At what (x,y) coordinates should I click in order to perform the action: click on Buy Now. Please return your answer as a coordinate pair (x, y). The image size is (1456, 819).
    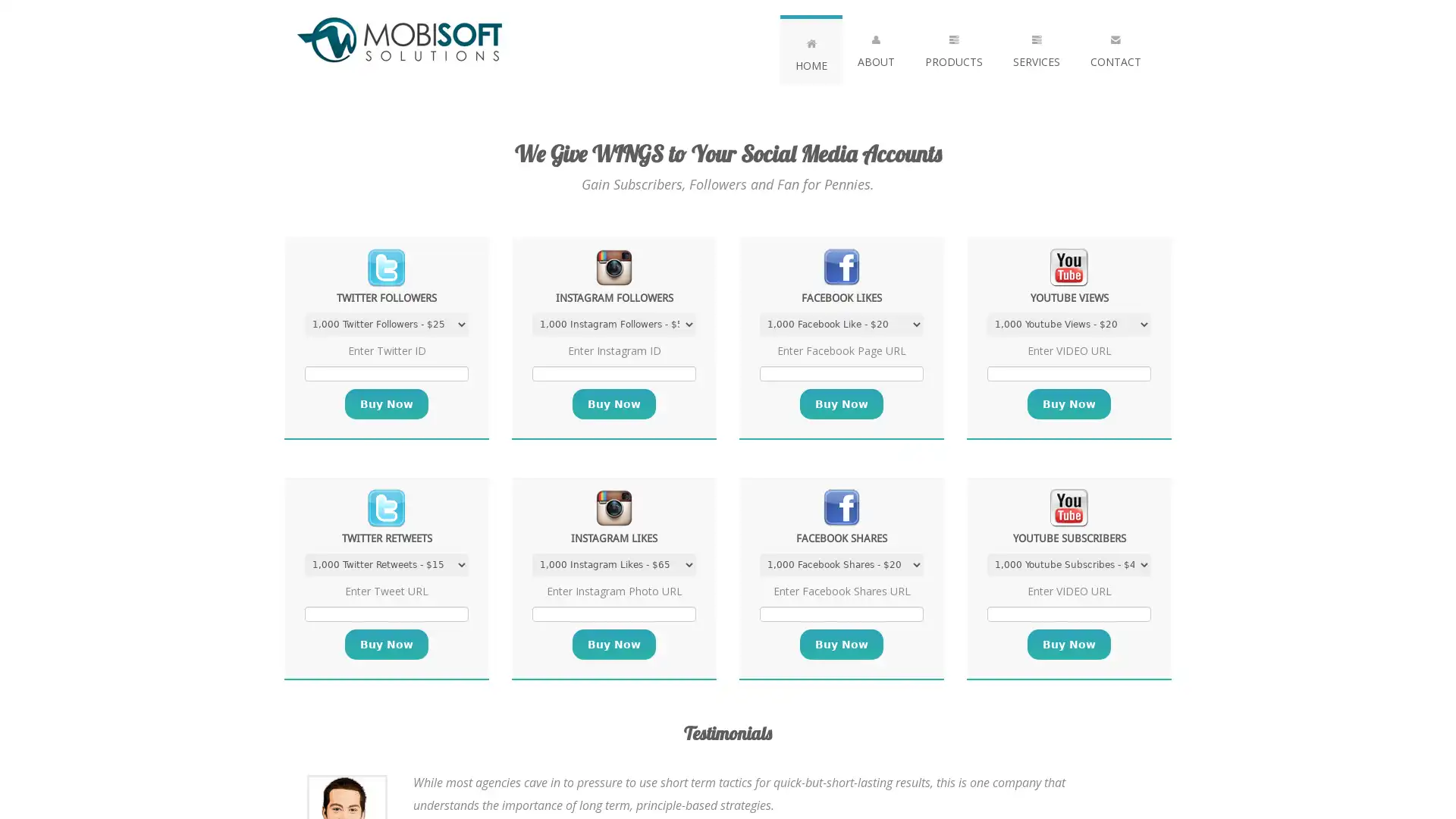
    Looking at the image, I should click on (386, 644).